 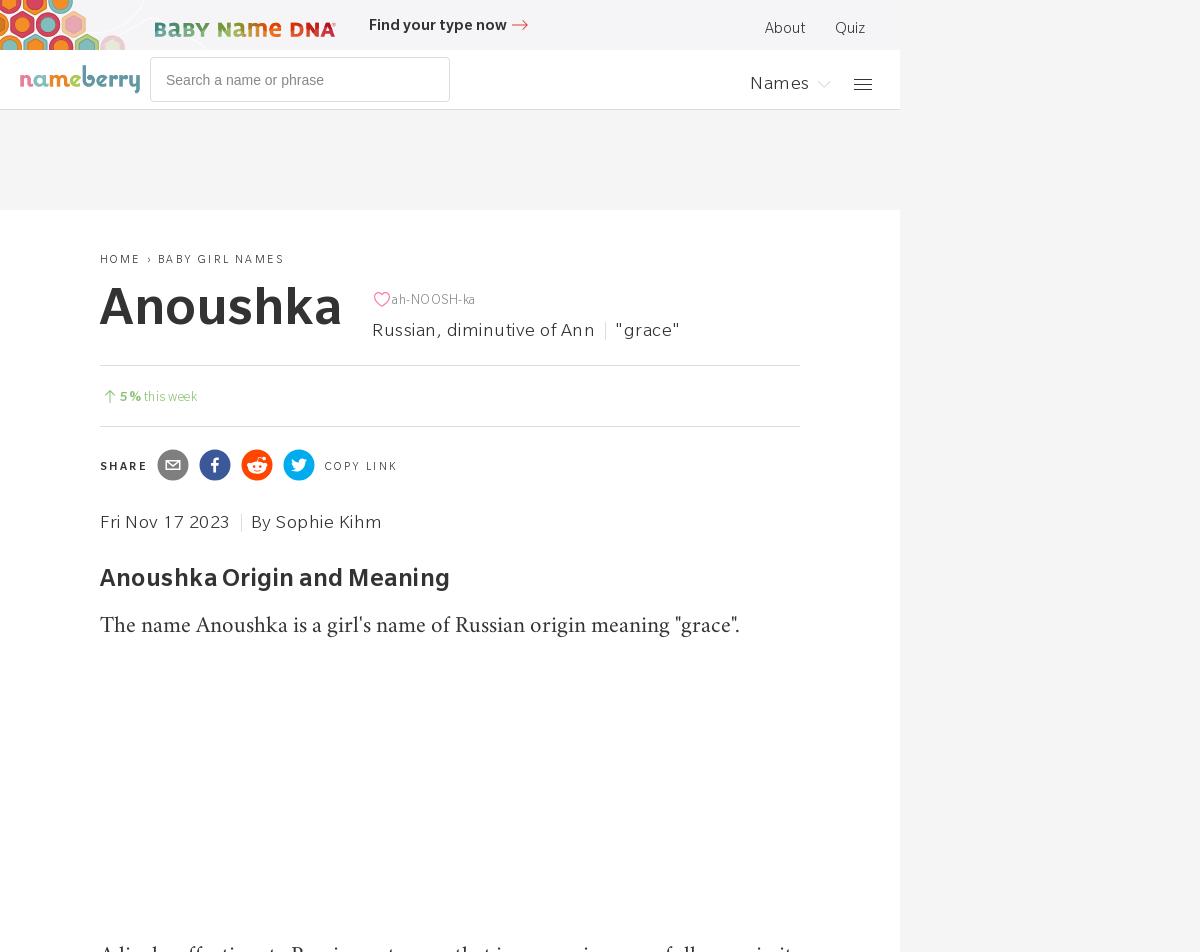 I want to click on 'By', so click(x=248, y=521).